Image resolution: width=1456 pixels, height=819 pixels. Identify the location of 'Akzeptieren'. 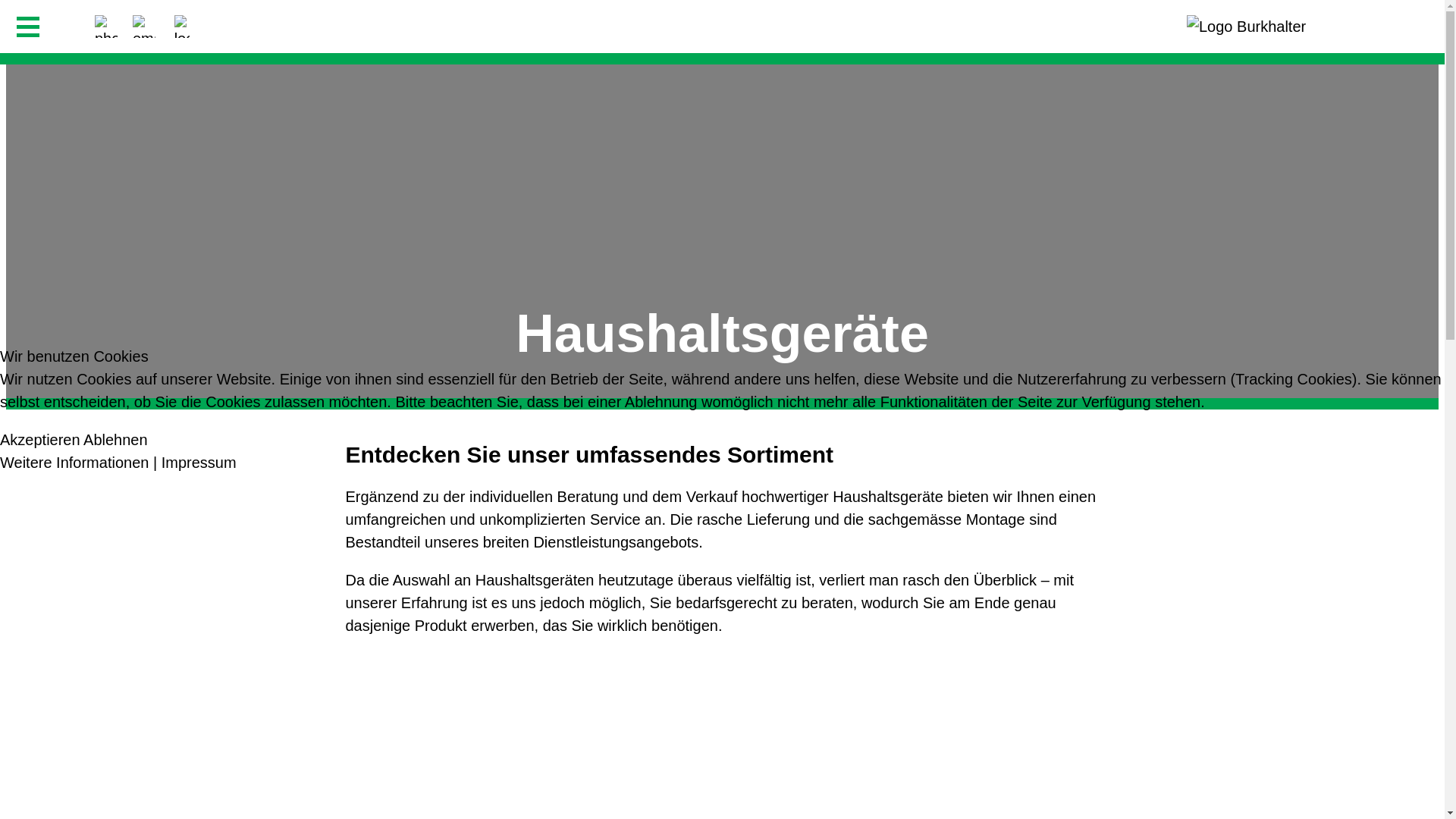
(39, 439).